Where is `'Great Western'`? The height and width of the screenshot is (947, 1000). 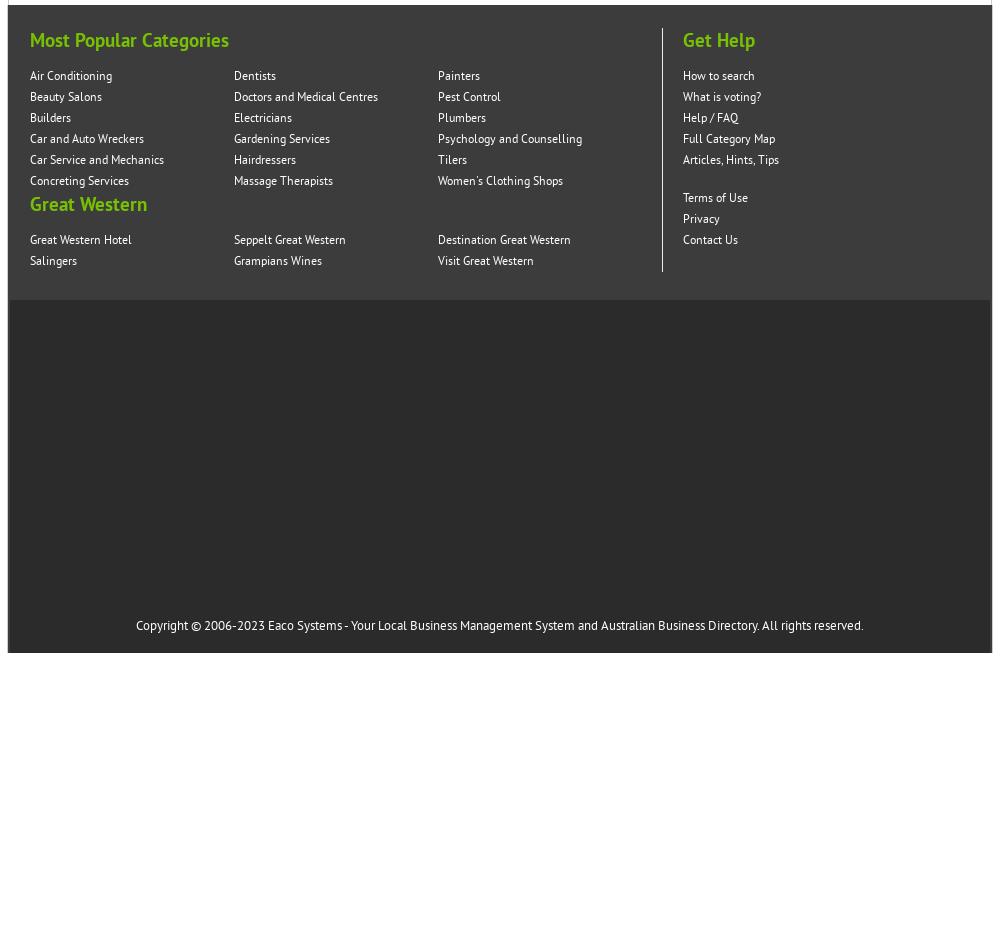 'Great Western' is located at coordinates (87, 205).